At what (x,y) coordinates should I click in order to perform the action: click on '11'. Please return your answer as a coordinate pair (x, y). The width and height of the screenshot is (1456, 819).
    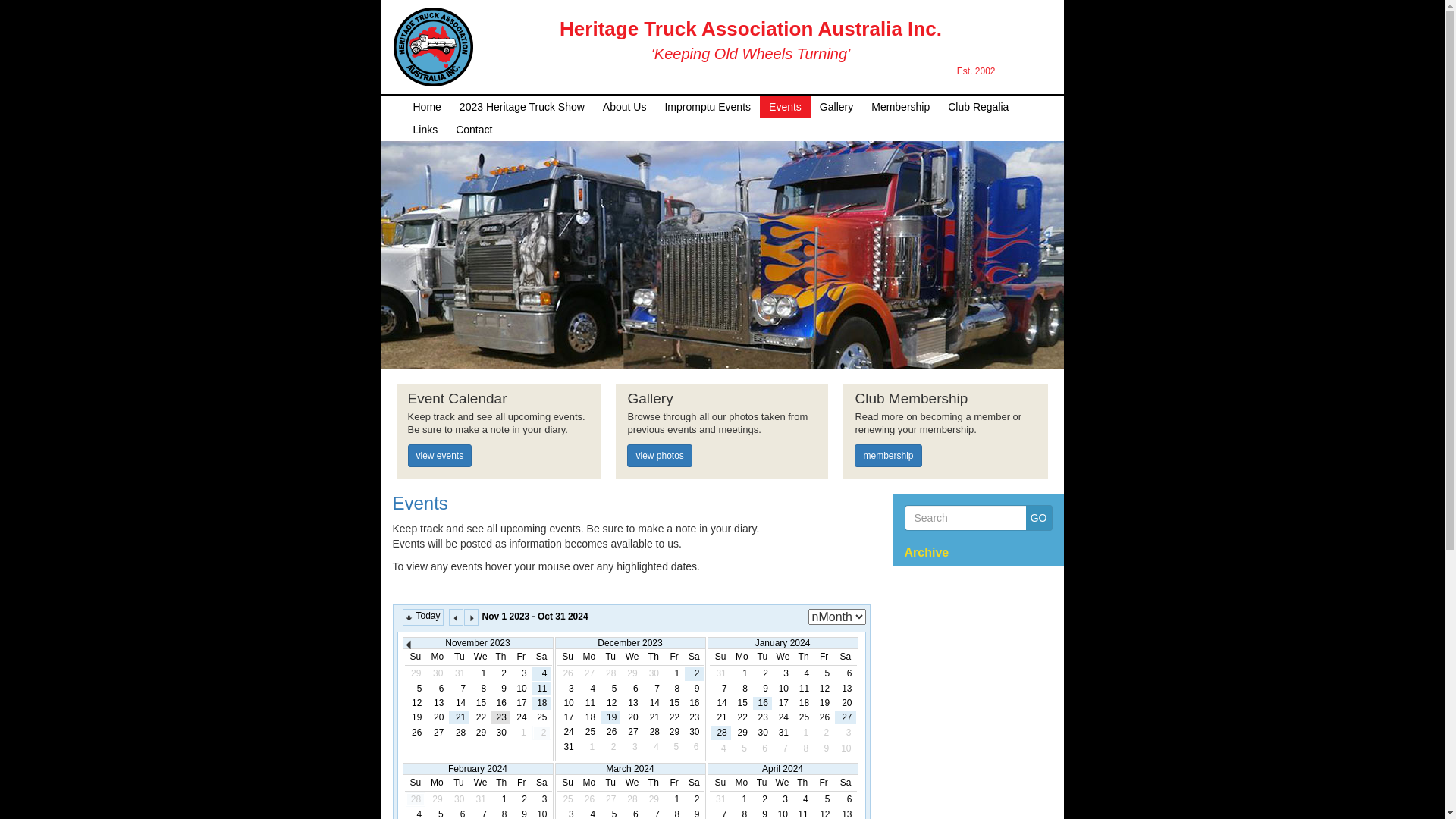
    Looking at the image, I should click on (532, 689).